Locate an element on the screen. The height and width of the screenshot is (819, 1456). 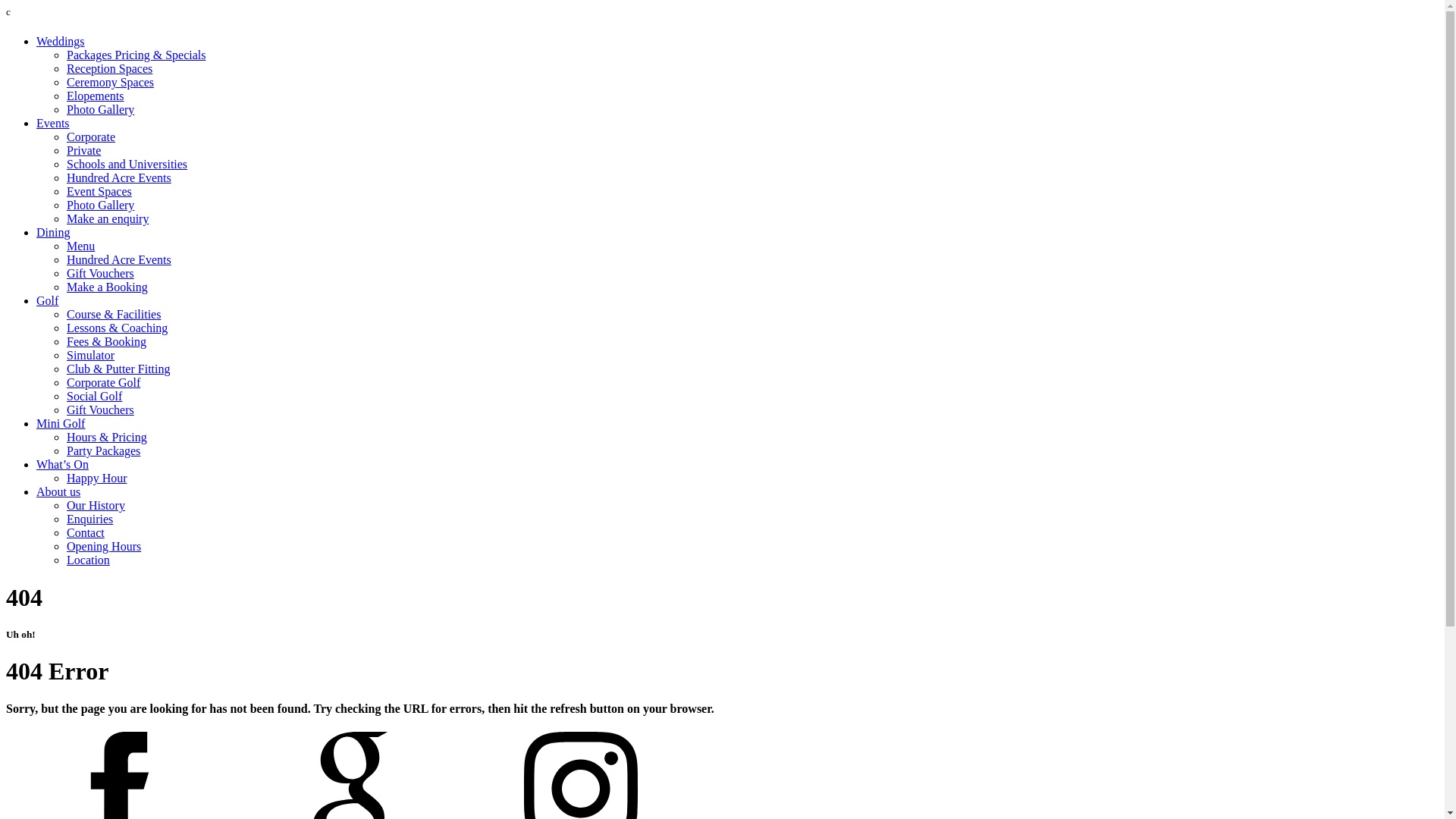
'Club & Putter Fitting' is located at coordinates (118, 369).